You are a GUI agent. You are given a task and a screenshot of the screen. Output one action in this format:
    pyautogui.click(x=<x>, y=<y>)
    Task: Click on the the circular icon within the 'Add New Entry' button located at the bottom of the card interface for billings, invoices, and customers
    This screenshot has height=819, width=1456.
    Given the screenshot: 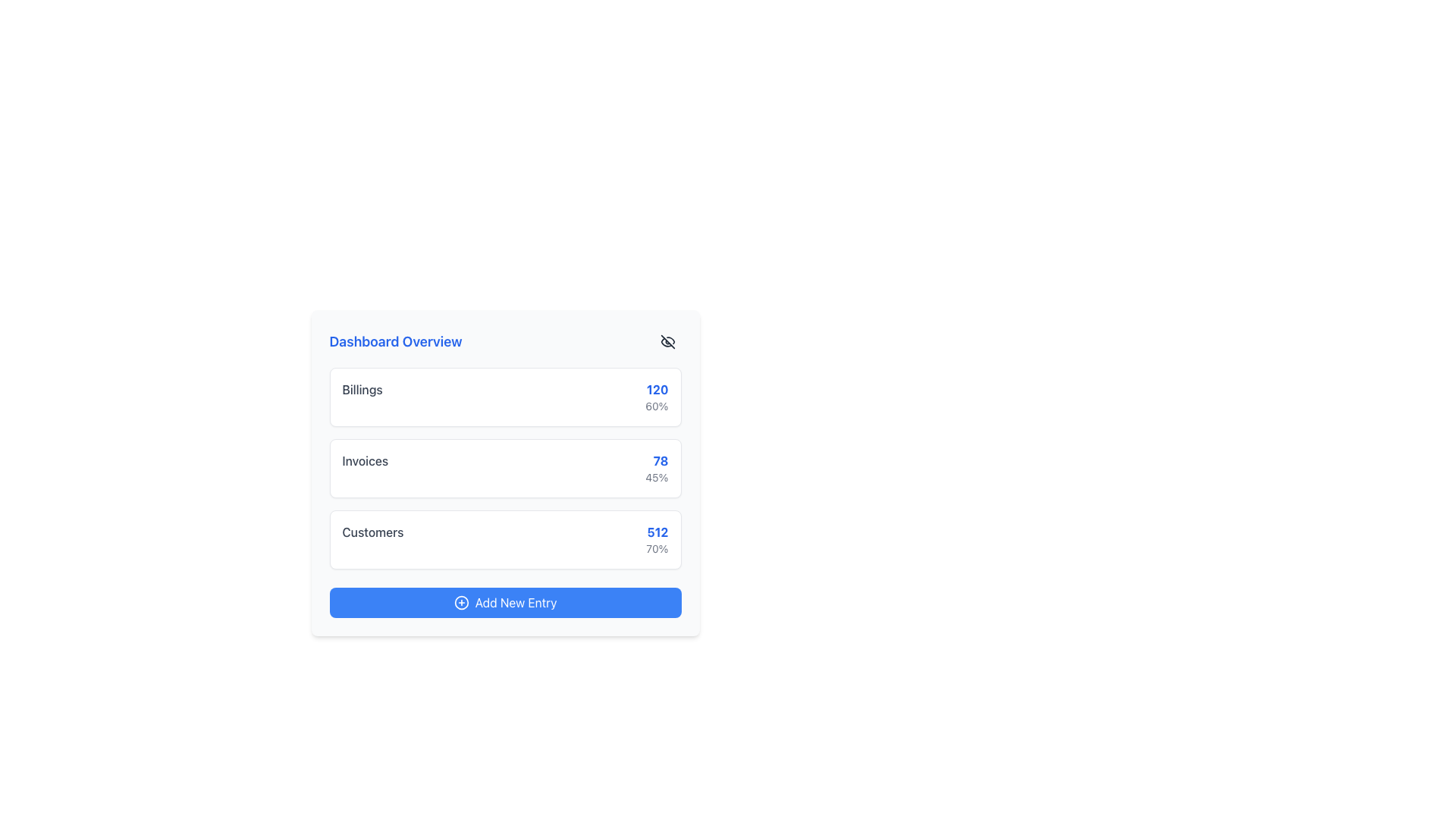 What is the action you would take?
    pyautogui.click(x=460, y=601)
    